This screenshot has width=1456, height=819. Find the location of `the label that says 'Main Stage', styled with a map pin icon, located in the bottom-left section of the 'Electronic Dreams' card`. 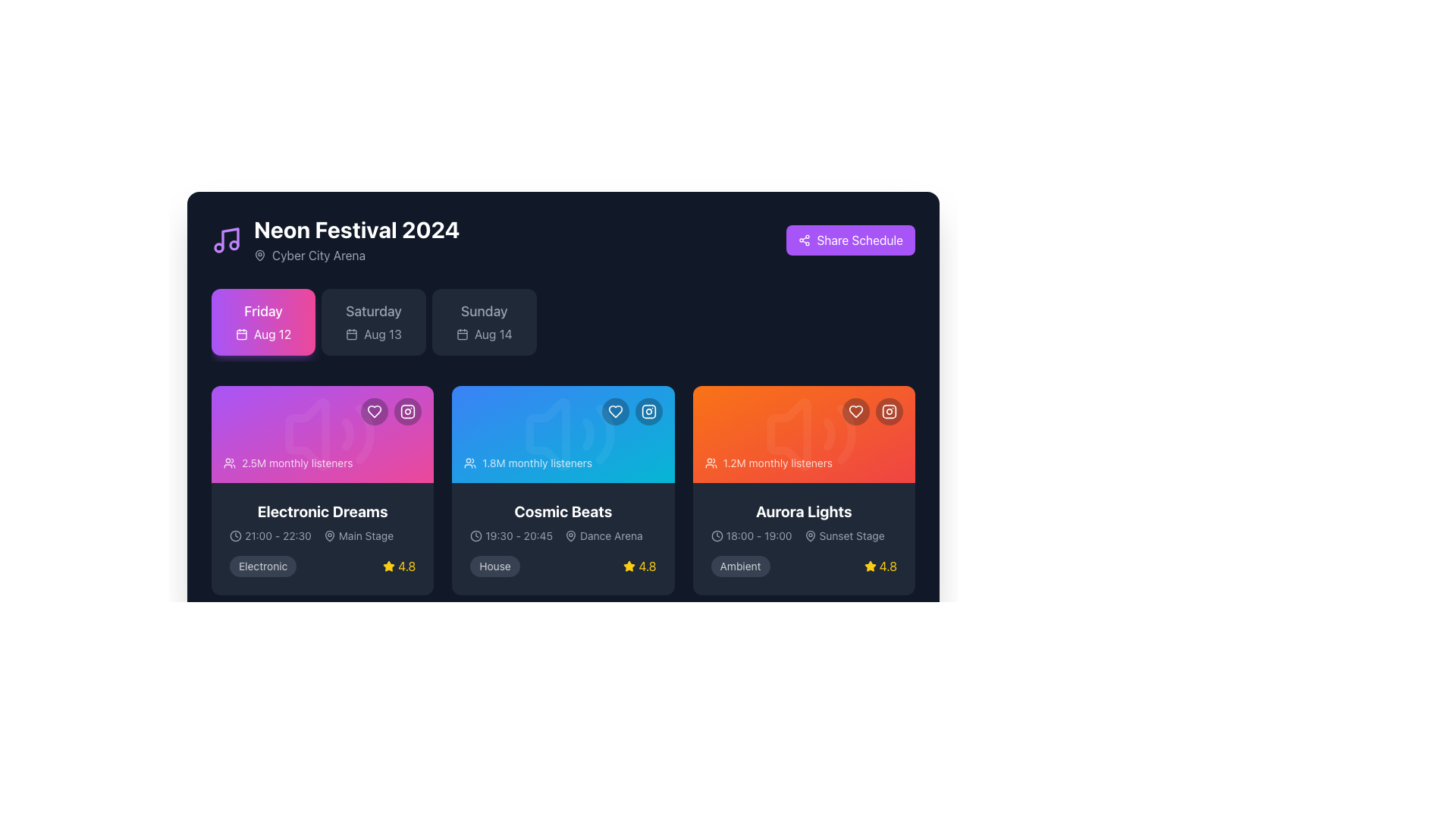

the label that says 'Main Stage', styled with a map pin icon, located in the bottom-left section of the 'Electronic Dreams' card is located at coordinates (357, 535).